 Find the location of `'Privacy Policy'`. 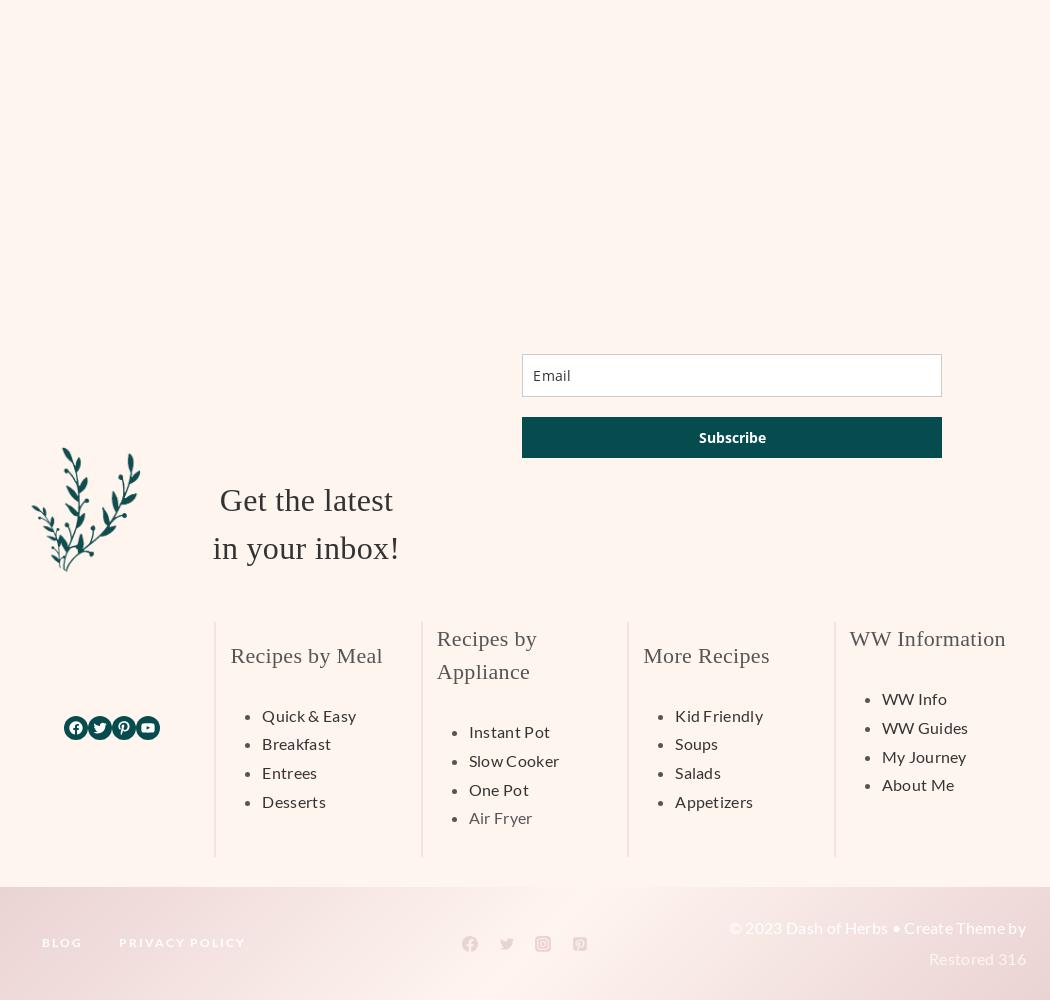

'Privacy Policy' is located at coordinates (182, 941).